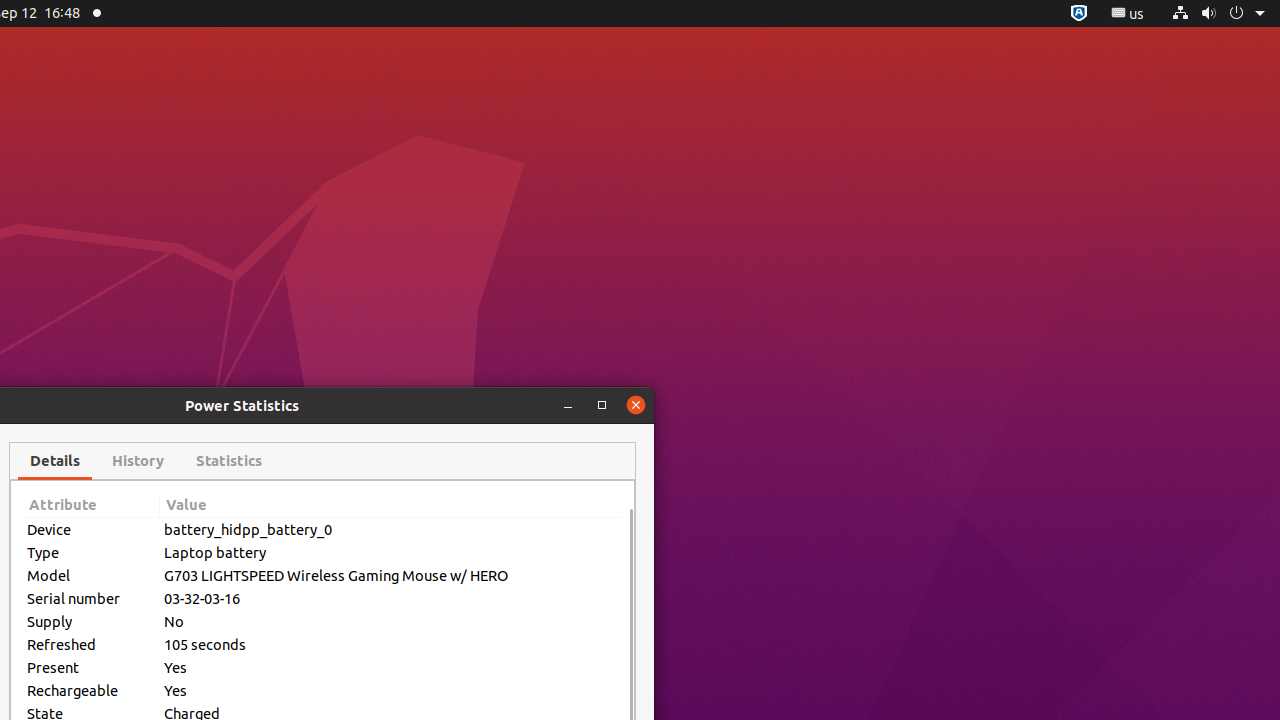 This screenshot has width=1280, height=720. I want to click on 'G703 LIGHTSPEED Wireless Gaming Mouse w/ HERO', so click(391, 575).